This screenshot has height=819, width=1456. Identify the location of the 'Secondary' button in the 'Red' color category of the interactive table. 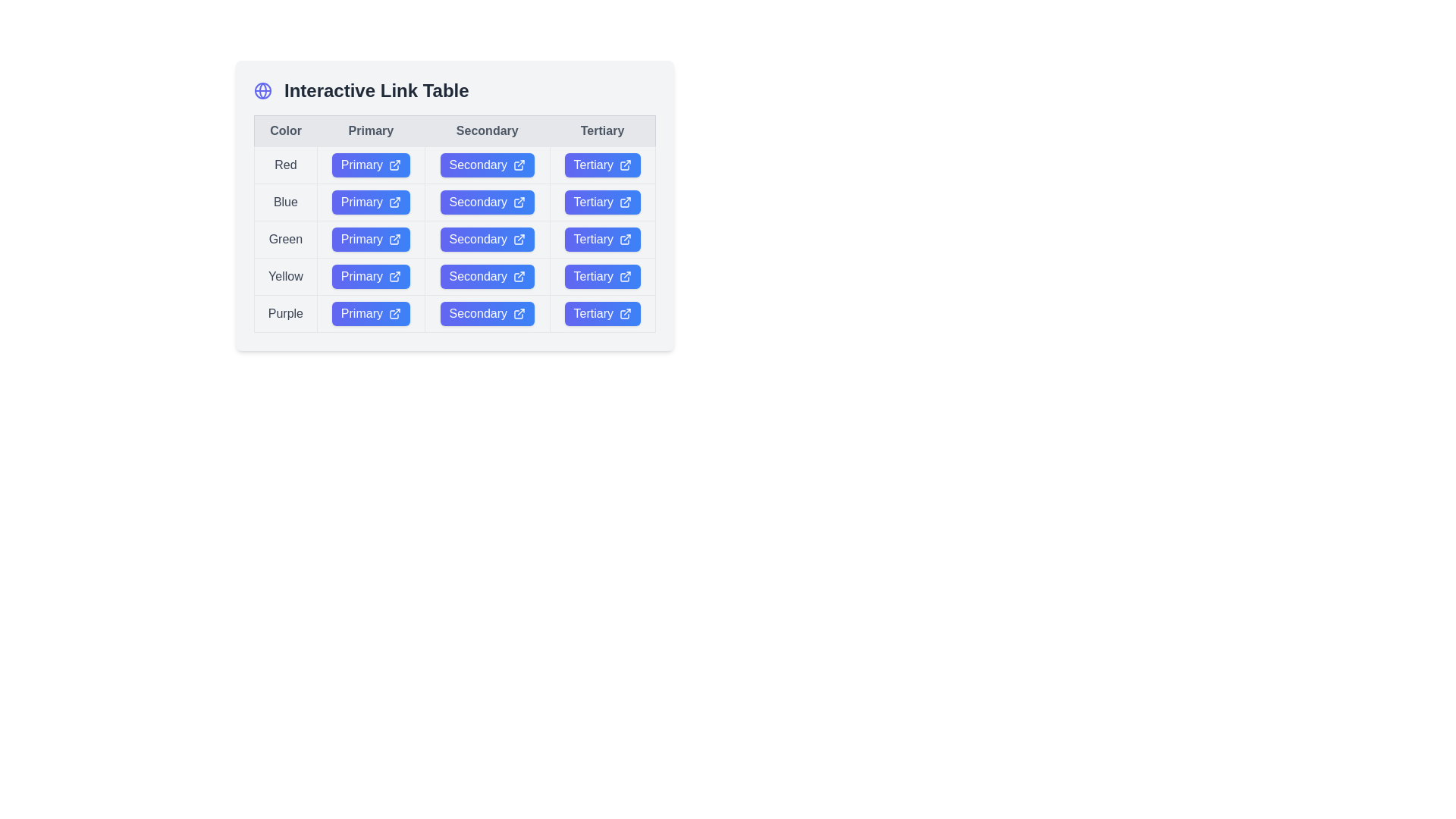
(454, 165).